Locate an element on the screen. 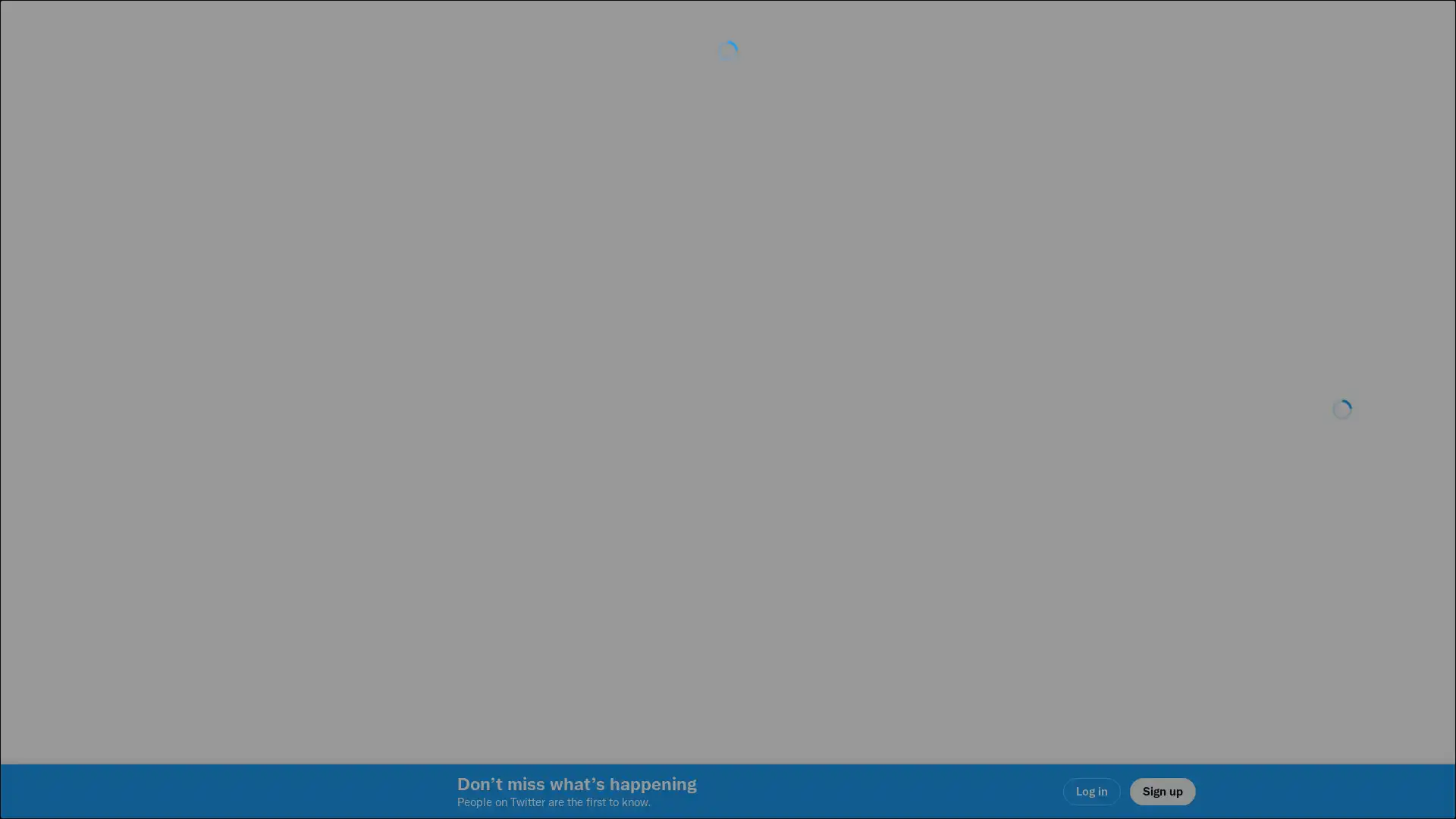 The image size is (1456, 819). Sign up is located at coordinates (548, 516).